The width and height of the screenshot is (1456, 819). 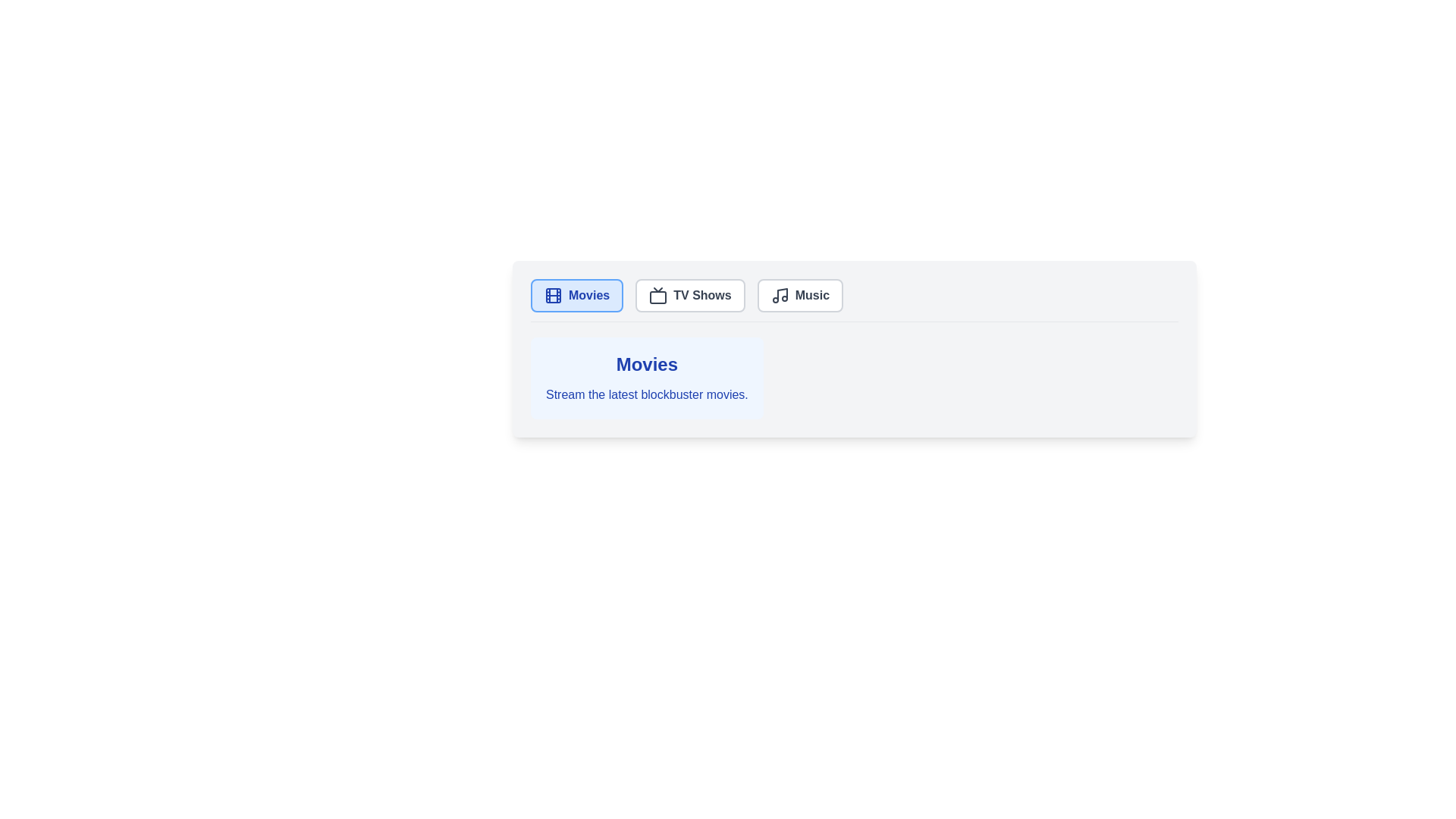 I want to click on the 'TV Shows' button, which is a rectangular button with rounded corners, white background, and gray border, to trigger a style change, so click(x=689, y=295).